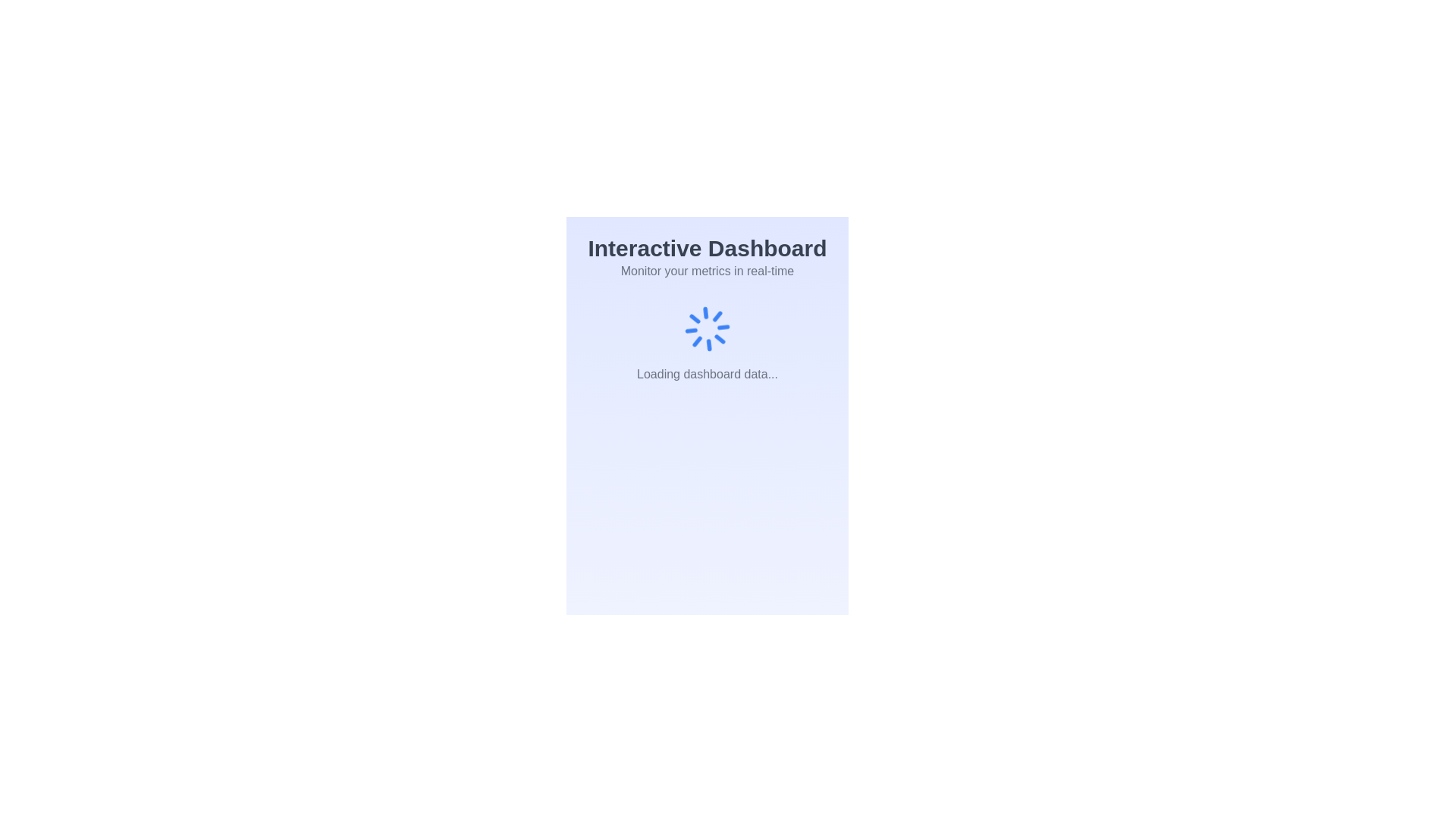 Image resolution: width=1456 pixels, height=819 pixels. Describe the element at coordinates (701, 344) in the screenshot. I see `the second line segment of the circular spinning animation located at the center of the loading interface` at that location.